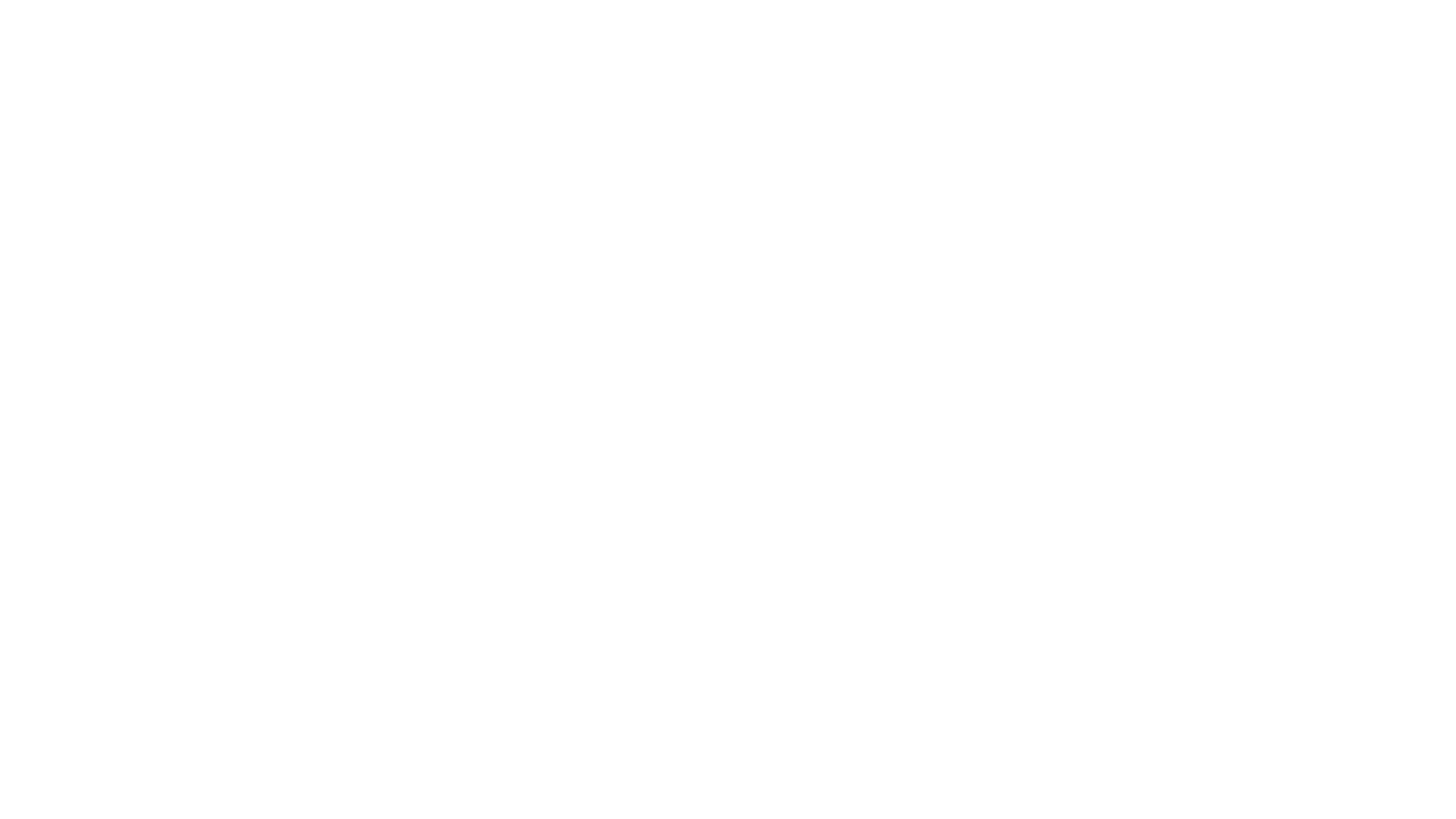 The height and width of the screenshot is (819, 1456). What do you see at coordinates (393, 174) in the screenshot?
I see `Add` at bounding box center [393, 174].